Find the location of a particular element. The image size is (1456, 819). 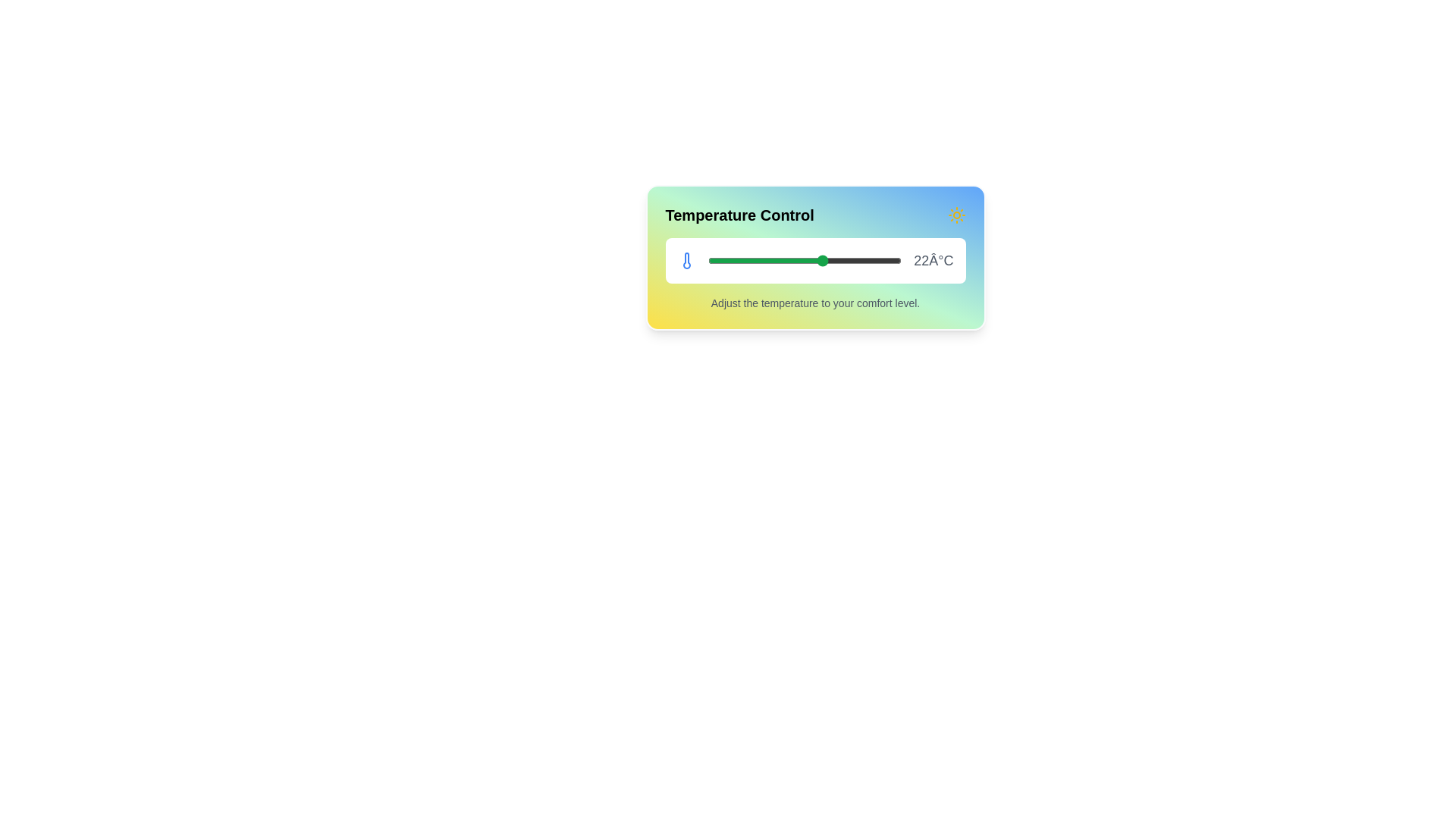

the temperature is located at coordinates (756, 256).